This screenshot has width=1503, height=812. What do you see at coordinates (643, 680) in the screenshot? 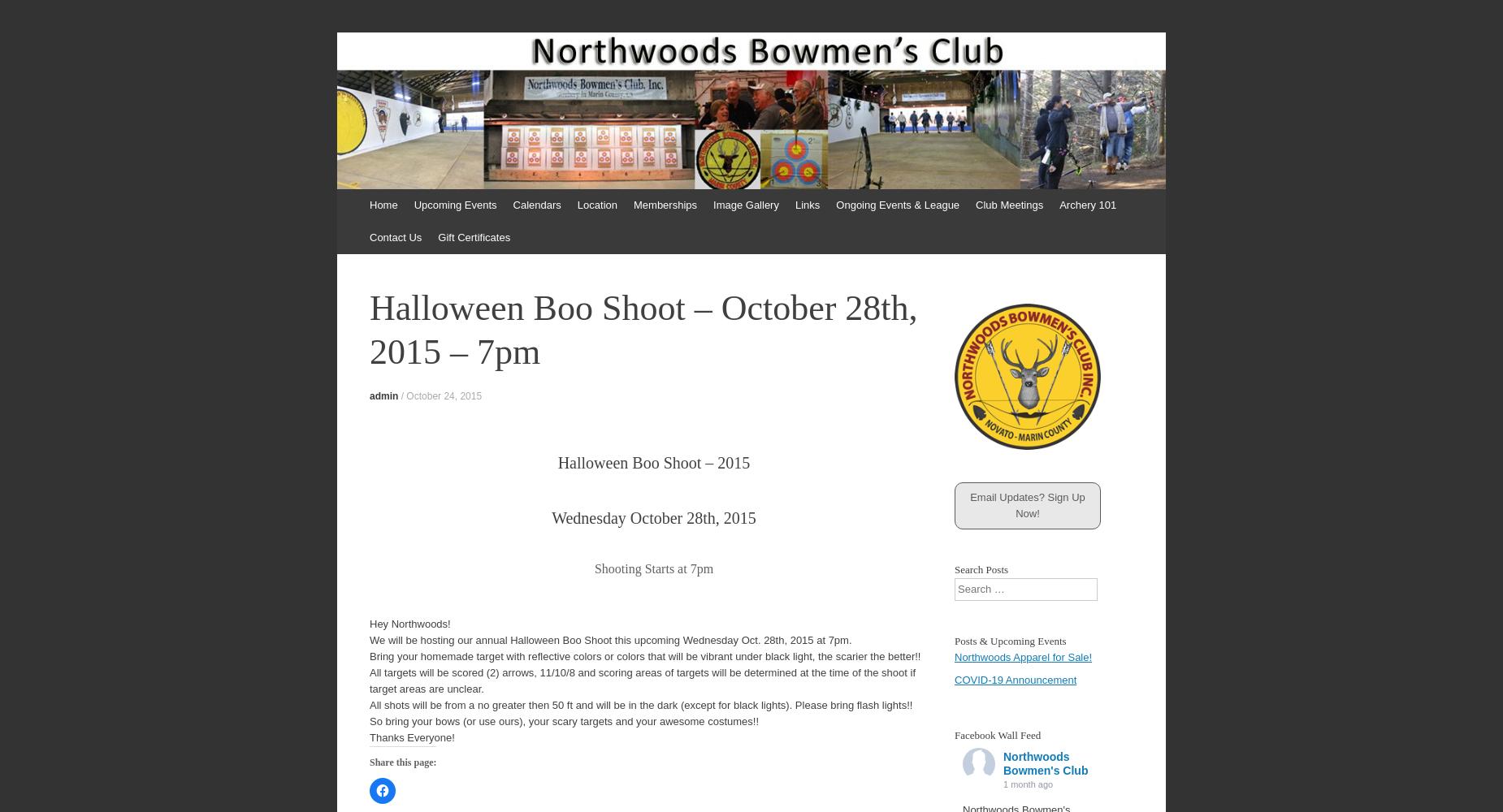
I see `'All targets will be scored (2) arrows, 11/10/8 and scoring areas of targets will be determined at the time of the shoot if target areas are unclear.'` at bounding box center [643, 680].